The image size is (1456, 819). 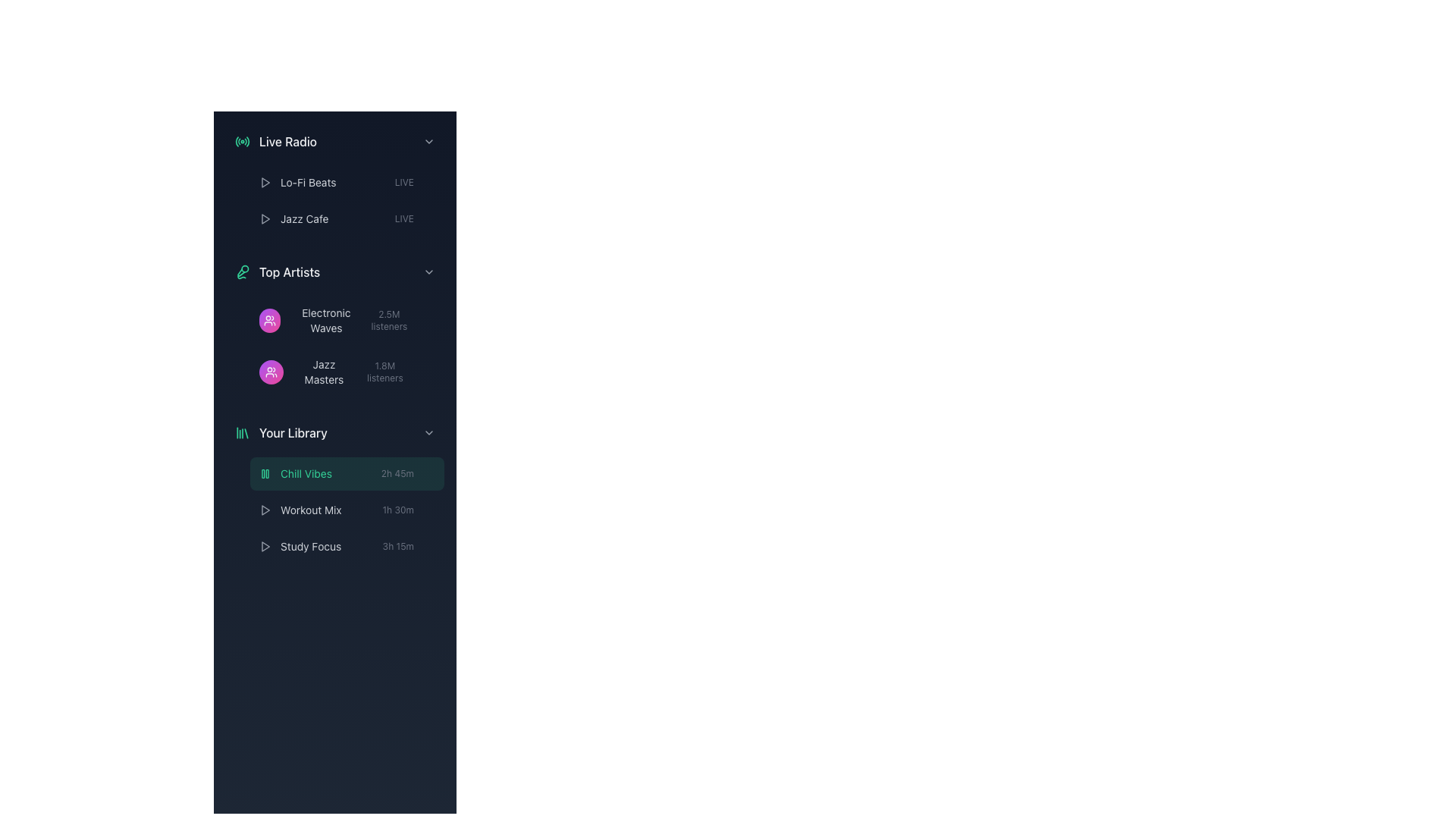 I want to click on the first playlist item labeled 'Chill Vibes', so click(x=346, y=472).